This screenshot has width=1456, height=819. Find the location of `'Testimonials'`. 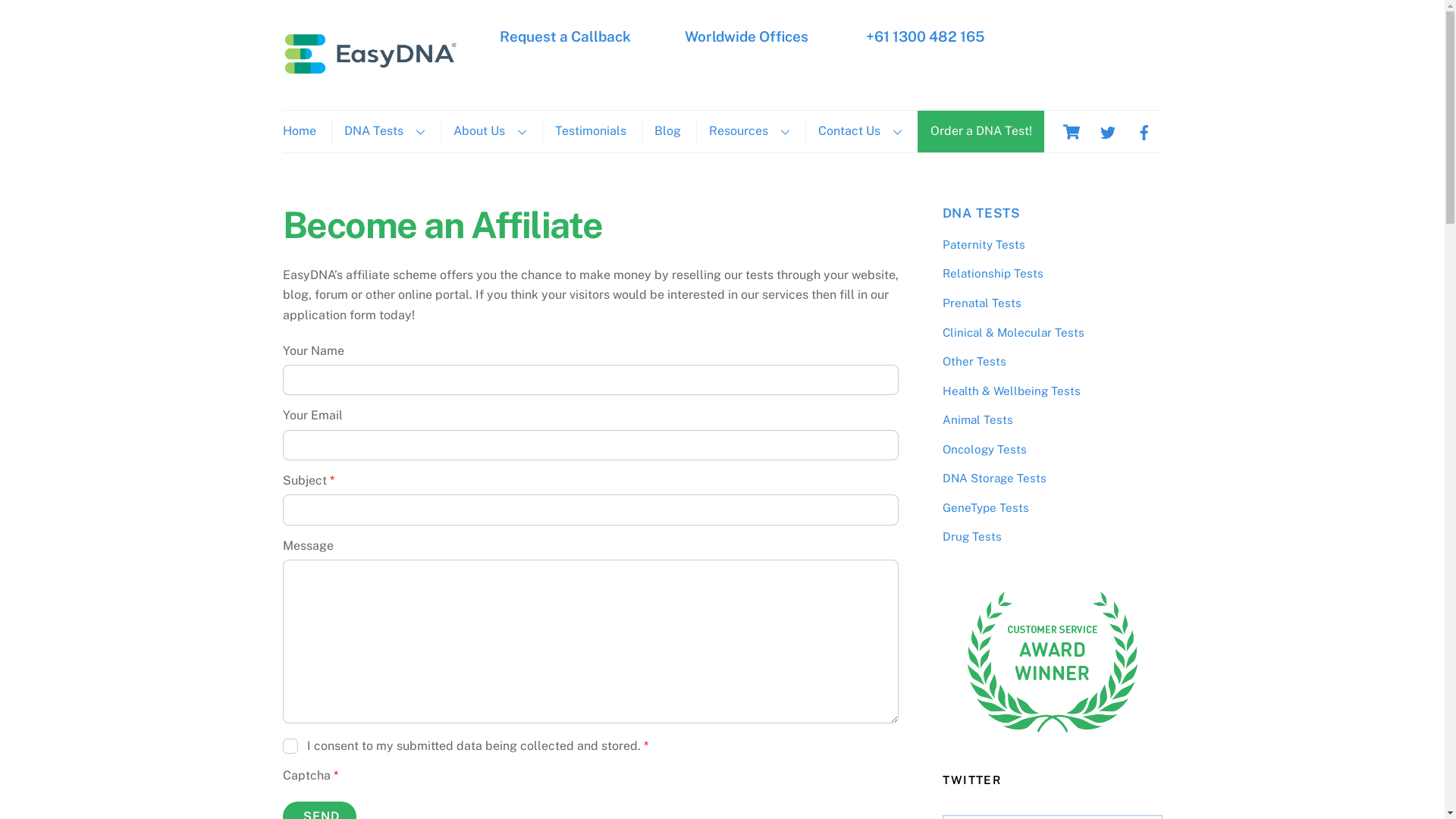

'Testimonials' is located at coordinates (588, 130).